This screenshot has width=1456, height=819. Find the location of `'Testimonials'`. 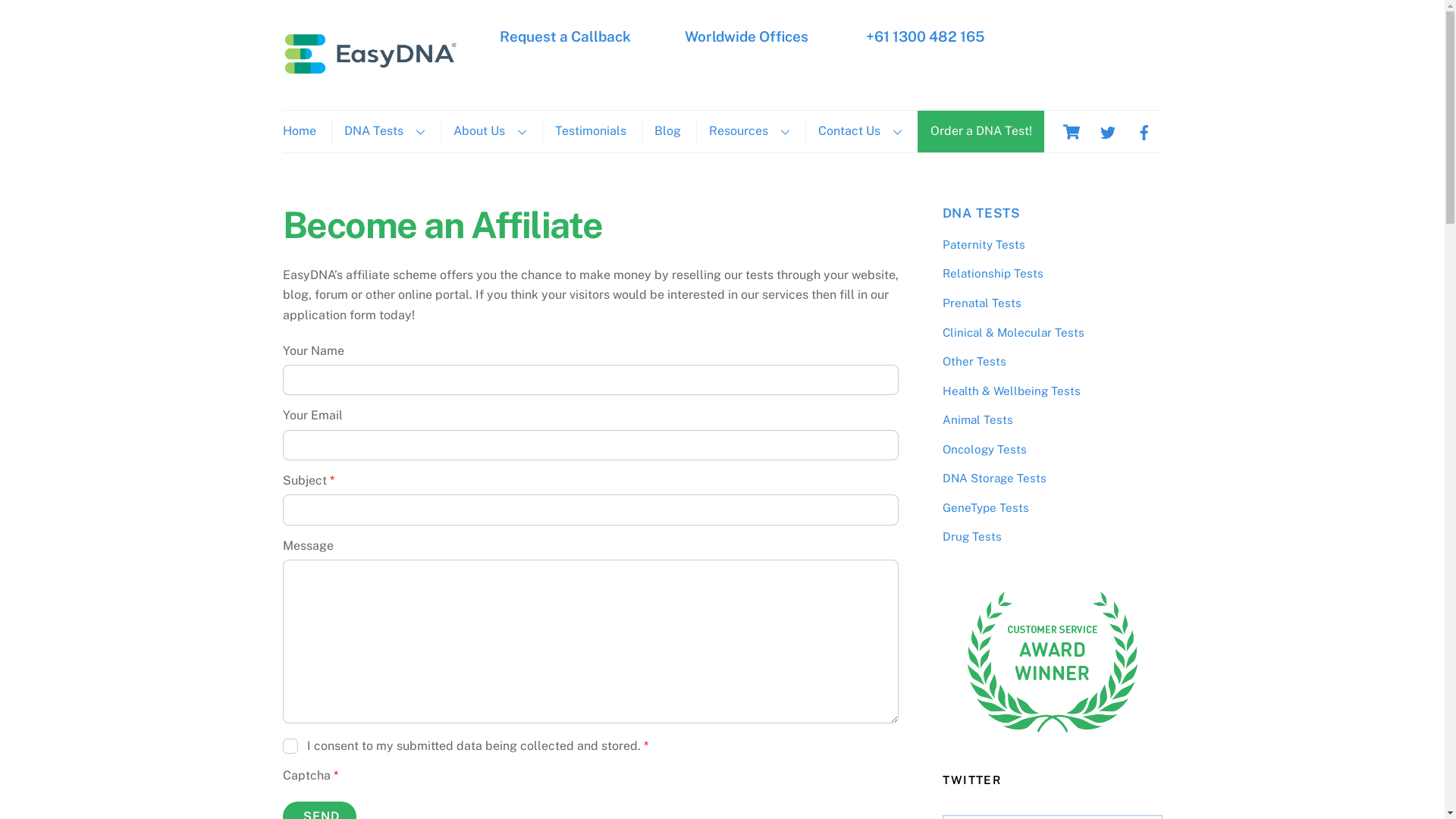

'Testimonials' is located at coordinates (588, 130).